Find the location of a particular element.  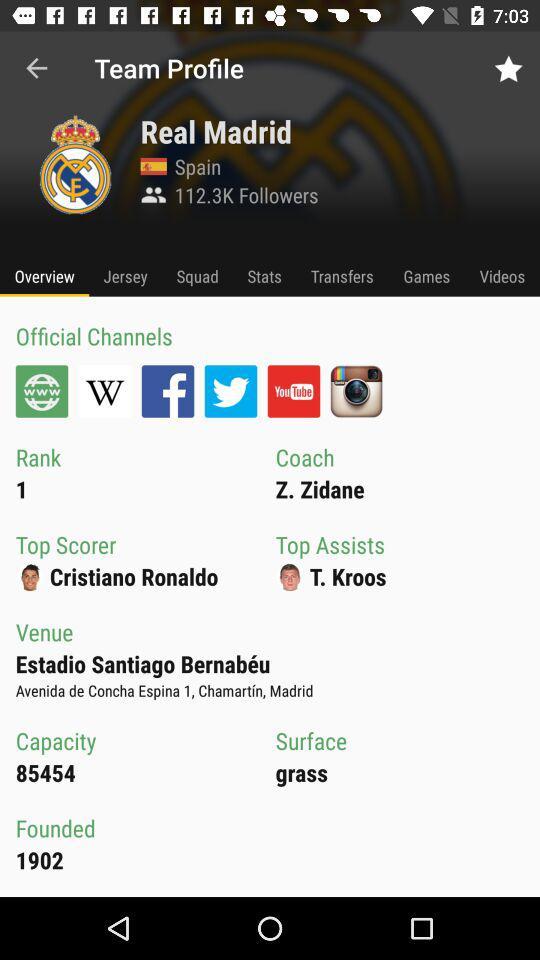

your official channel is located at coordinates (42, 390).